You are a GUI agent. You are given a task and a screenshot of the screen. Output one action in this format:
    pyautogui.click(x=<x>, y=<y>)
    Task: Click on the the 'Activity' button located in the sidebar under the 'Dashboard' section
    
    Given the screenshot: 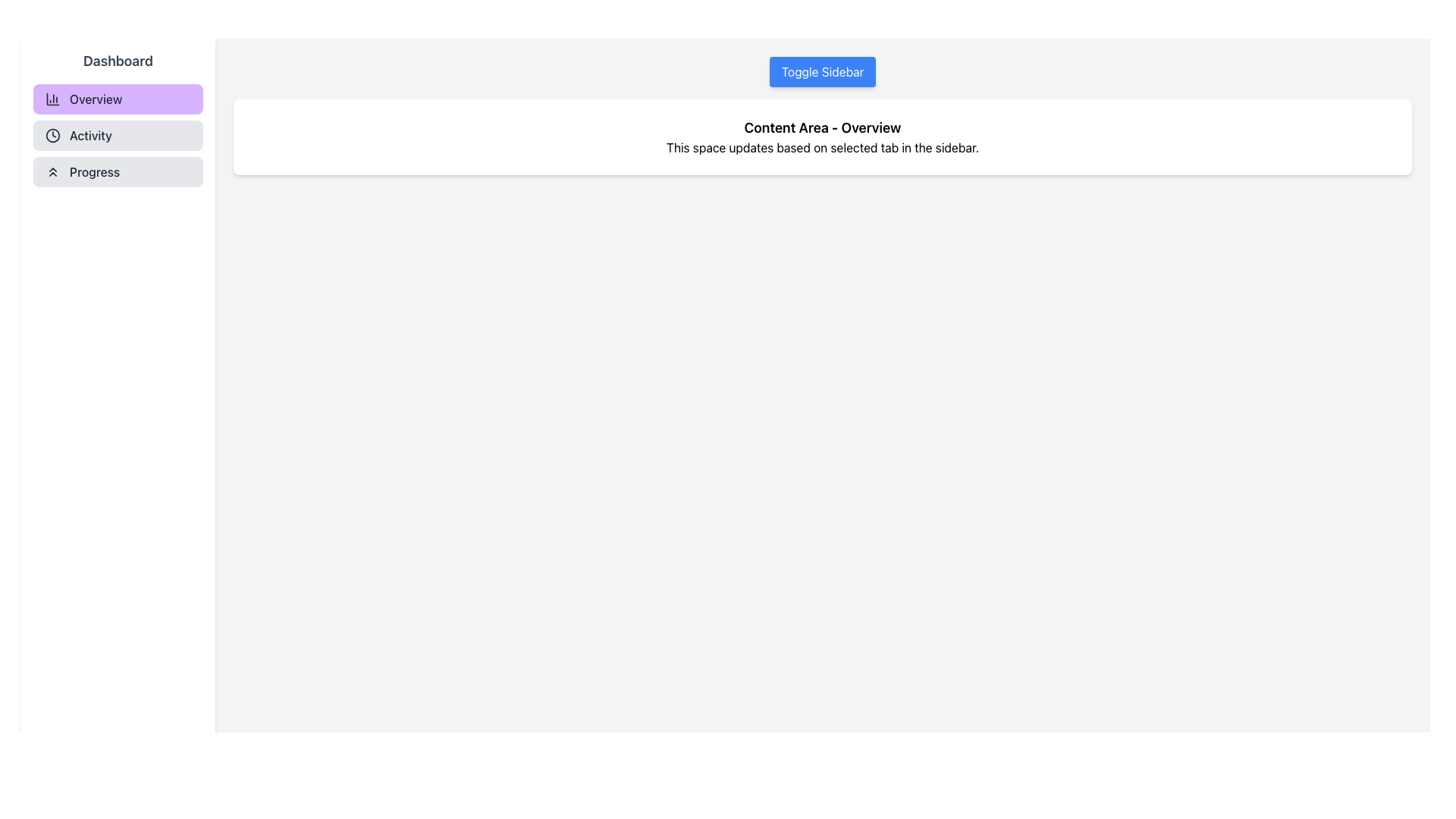 What is the action you would take?
    pyautogui.click(x=118, y=134)
    